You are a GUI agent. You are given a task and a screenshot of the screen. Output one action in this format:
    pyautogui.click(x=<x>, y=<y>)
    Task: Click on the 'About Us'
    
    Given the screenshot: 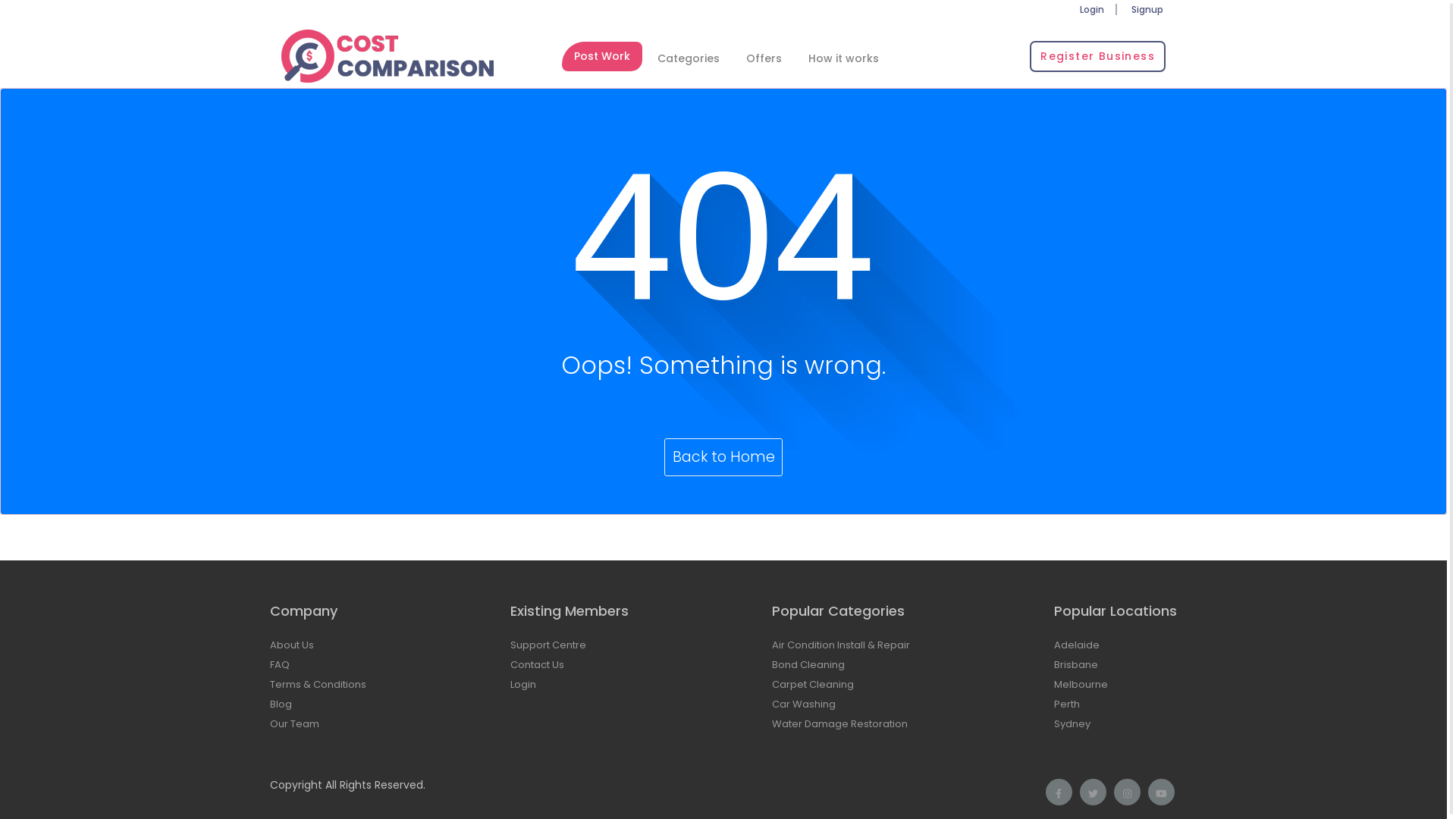 What is the action you would take?
    pyautogui.click(x=291, y=645)
    